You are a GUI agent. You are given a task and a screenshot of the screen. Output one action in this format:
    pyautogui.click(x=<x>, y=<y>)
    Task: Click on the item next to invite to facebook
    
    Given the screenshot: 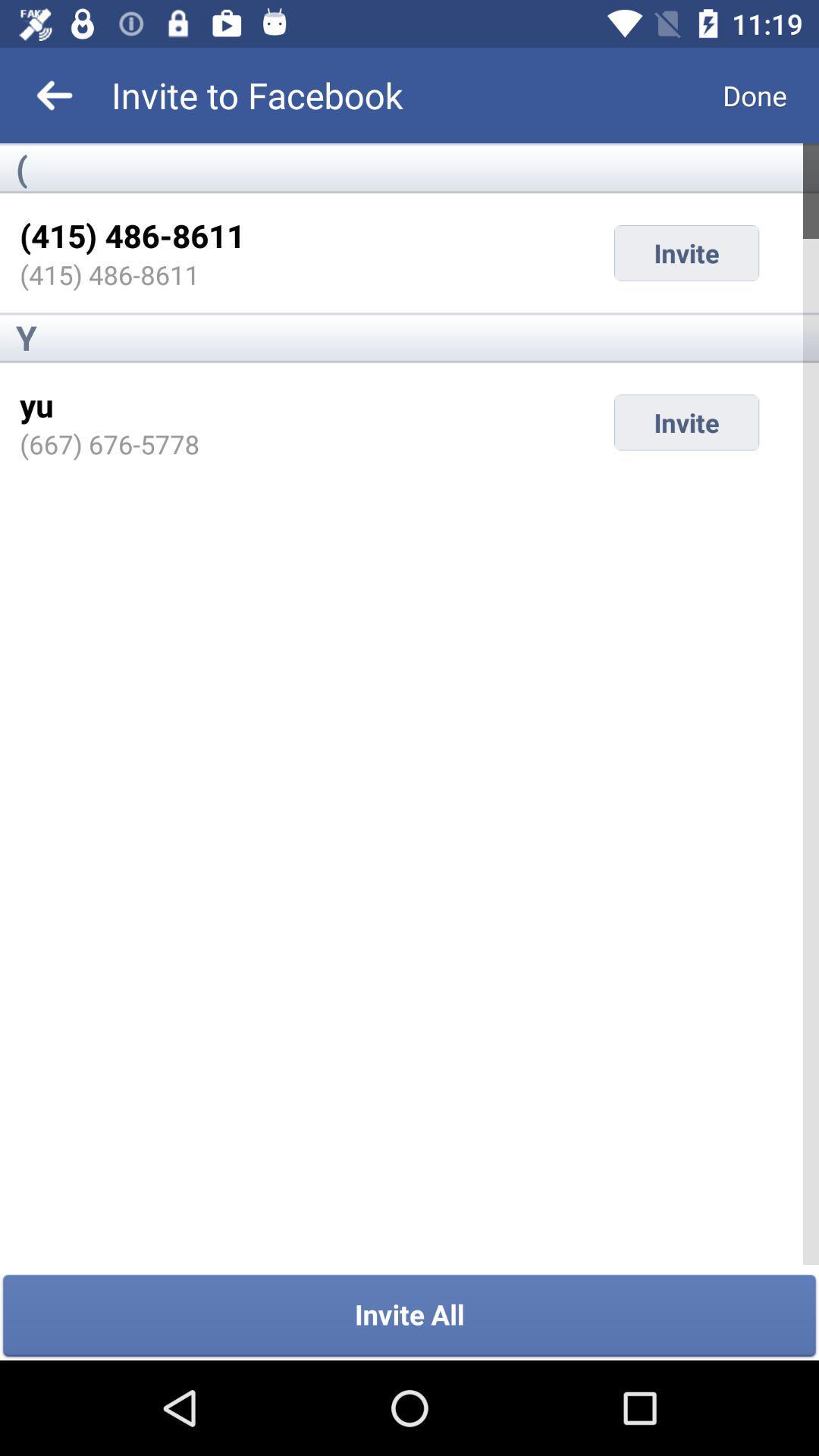 What is the action you would take?
    pyautogui.click(x=755, y=94)
    